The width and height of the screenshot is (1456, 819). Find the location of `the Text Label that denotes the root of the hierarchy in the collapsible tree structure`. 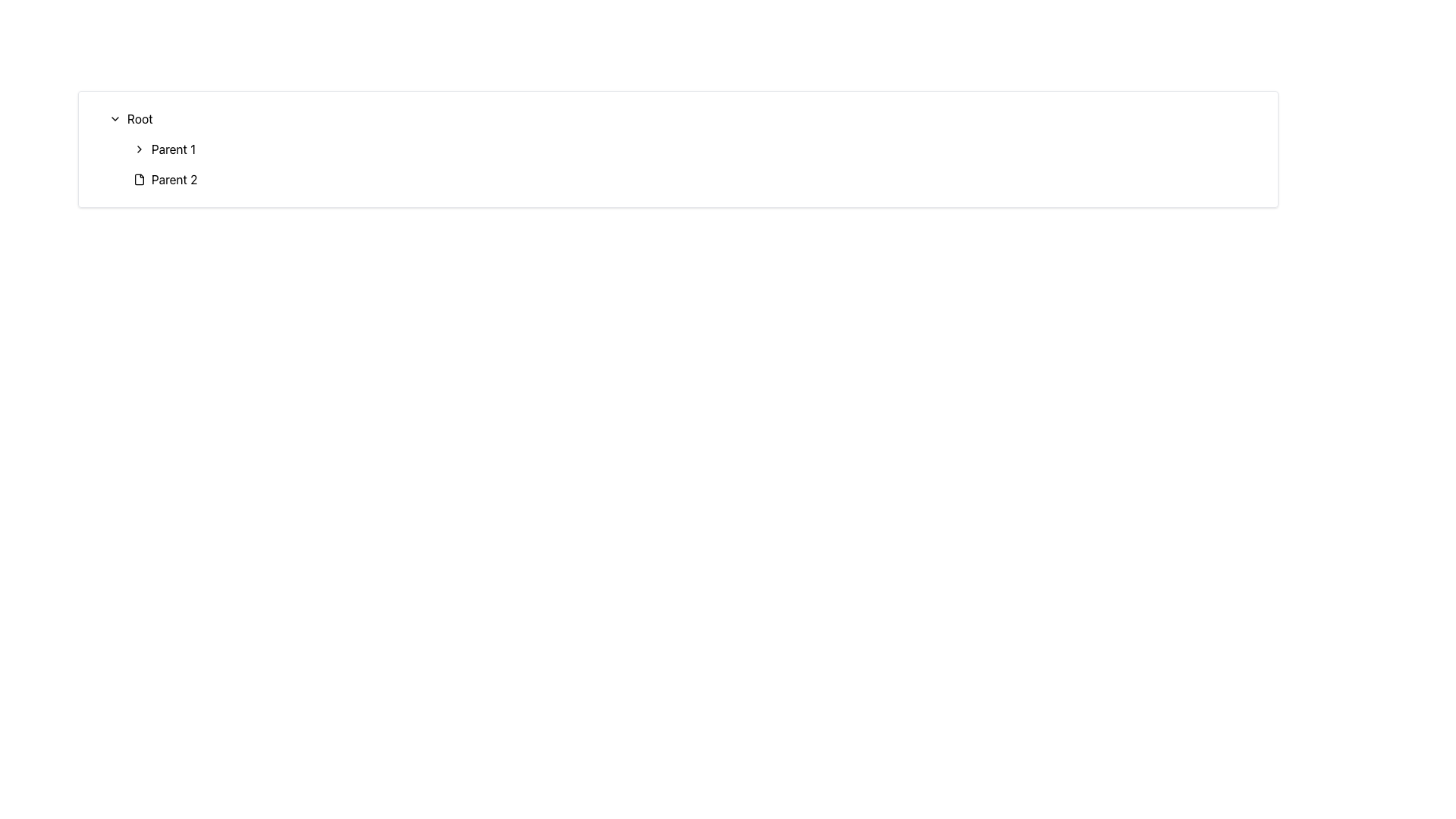

the Text Label that denotes the root of the hierarchy in the collapsible tree structure is located at coordinates (140, 118).